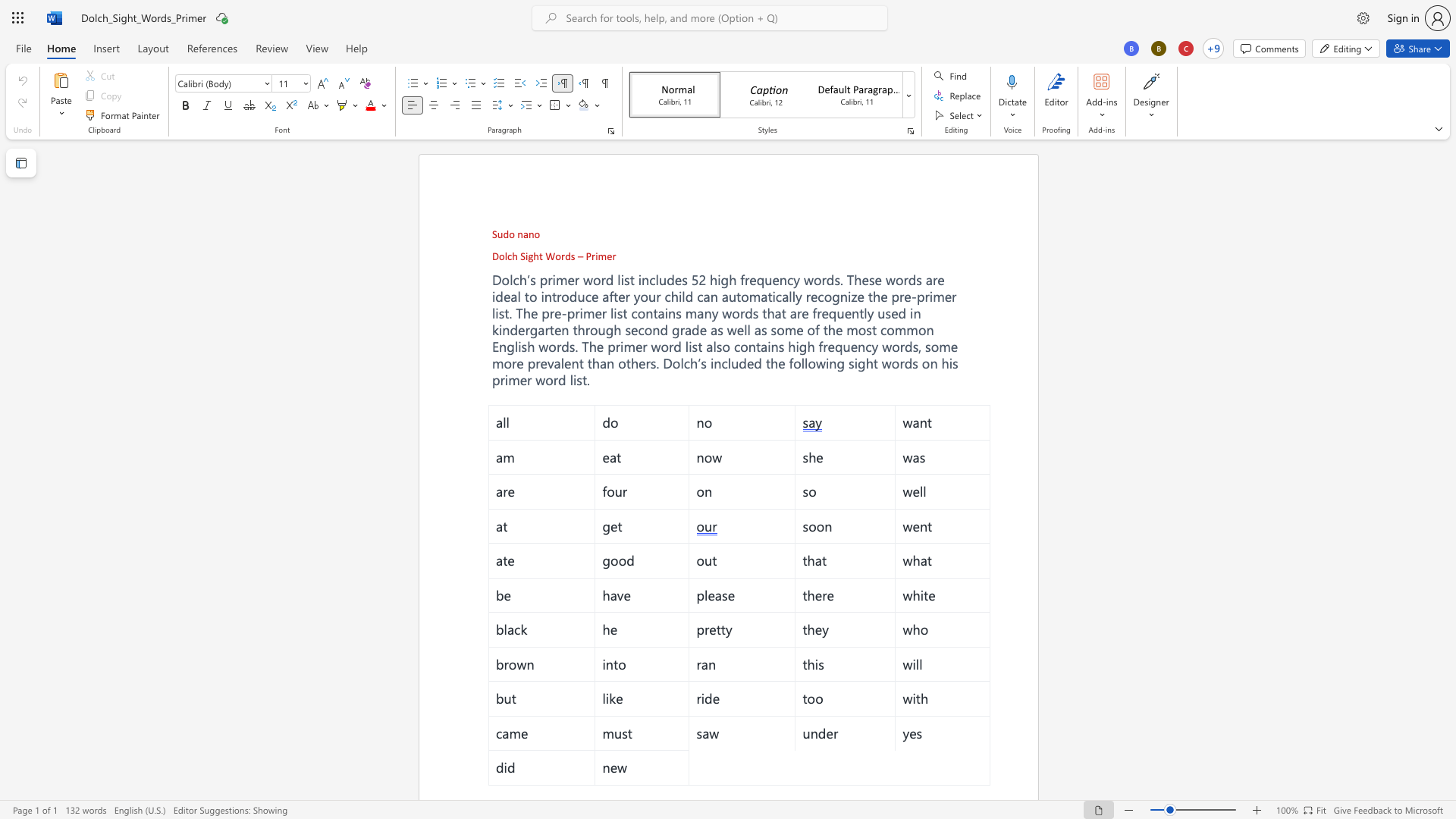  What do you see at coordinates (739, 312) in the screenshot?
I see `the space between the continuous character "o" and "r" in the text` at bounding box center [739, 312].